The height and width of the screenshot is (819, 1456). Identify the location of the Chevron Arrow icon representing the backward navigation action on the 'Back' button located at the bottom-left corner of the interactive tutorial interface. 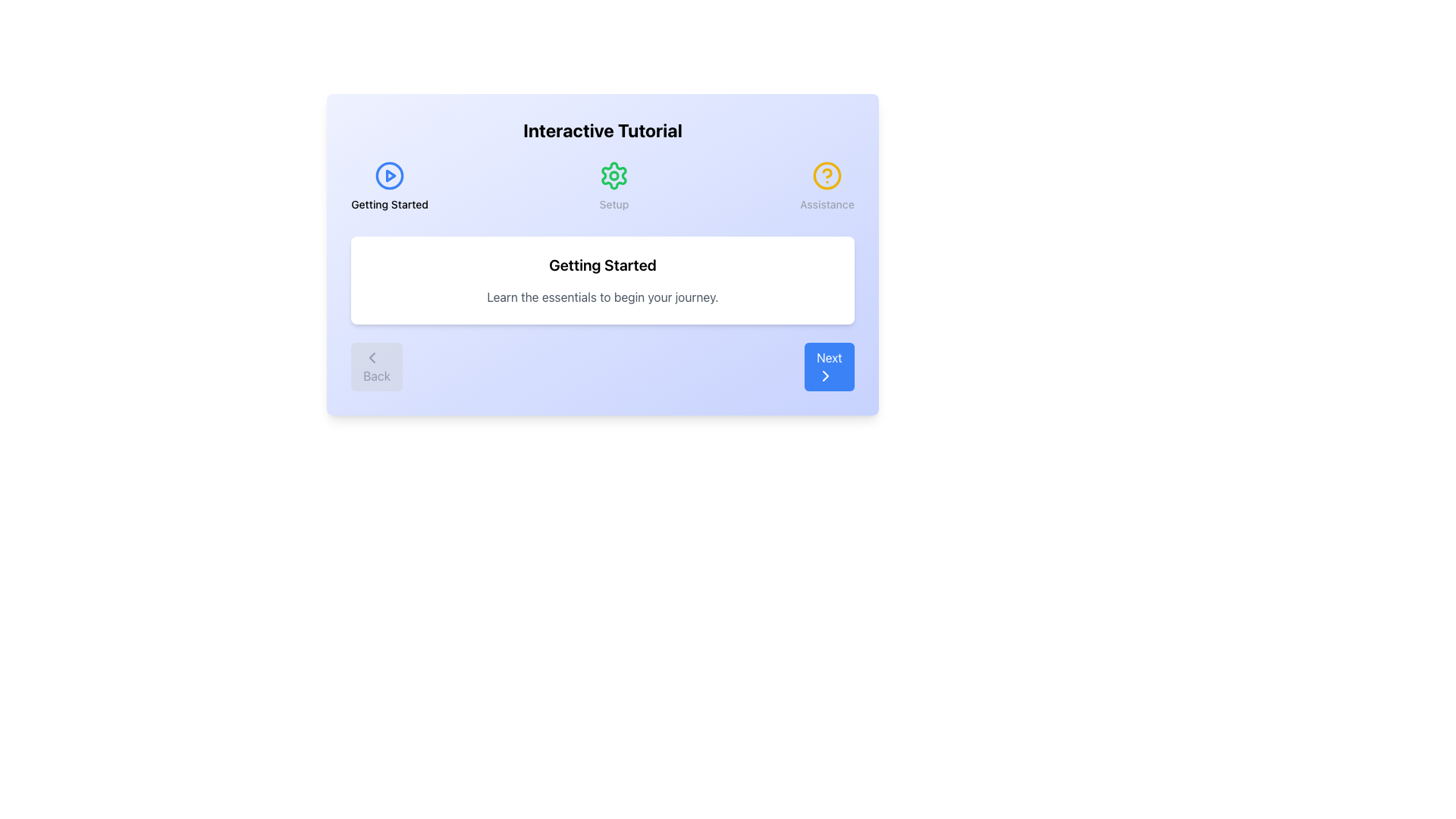
(372, 357).